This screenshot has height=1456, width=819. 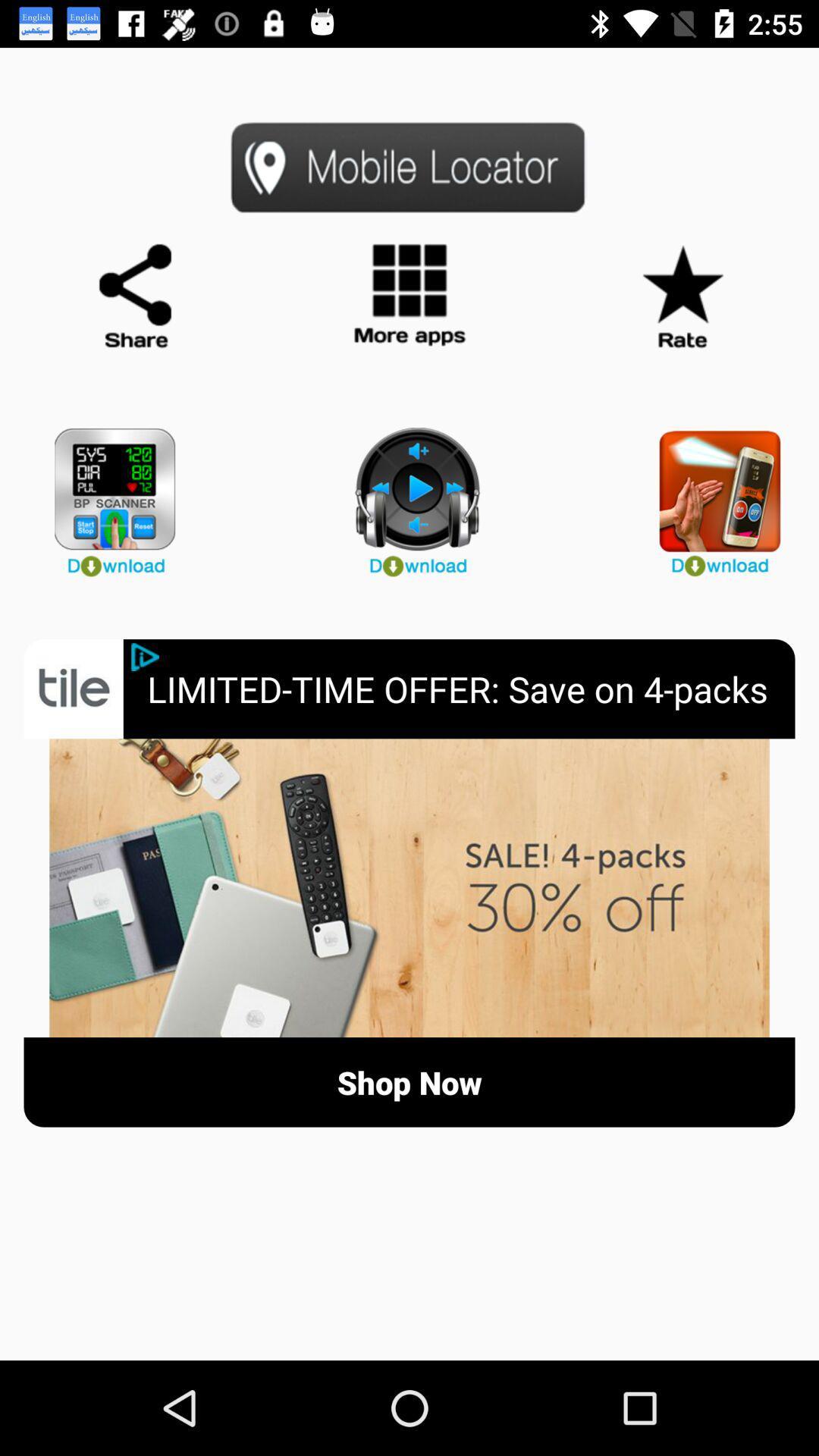 I want to click on offer, so click(x=409, y=888).